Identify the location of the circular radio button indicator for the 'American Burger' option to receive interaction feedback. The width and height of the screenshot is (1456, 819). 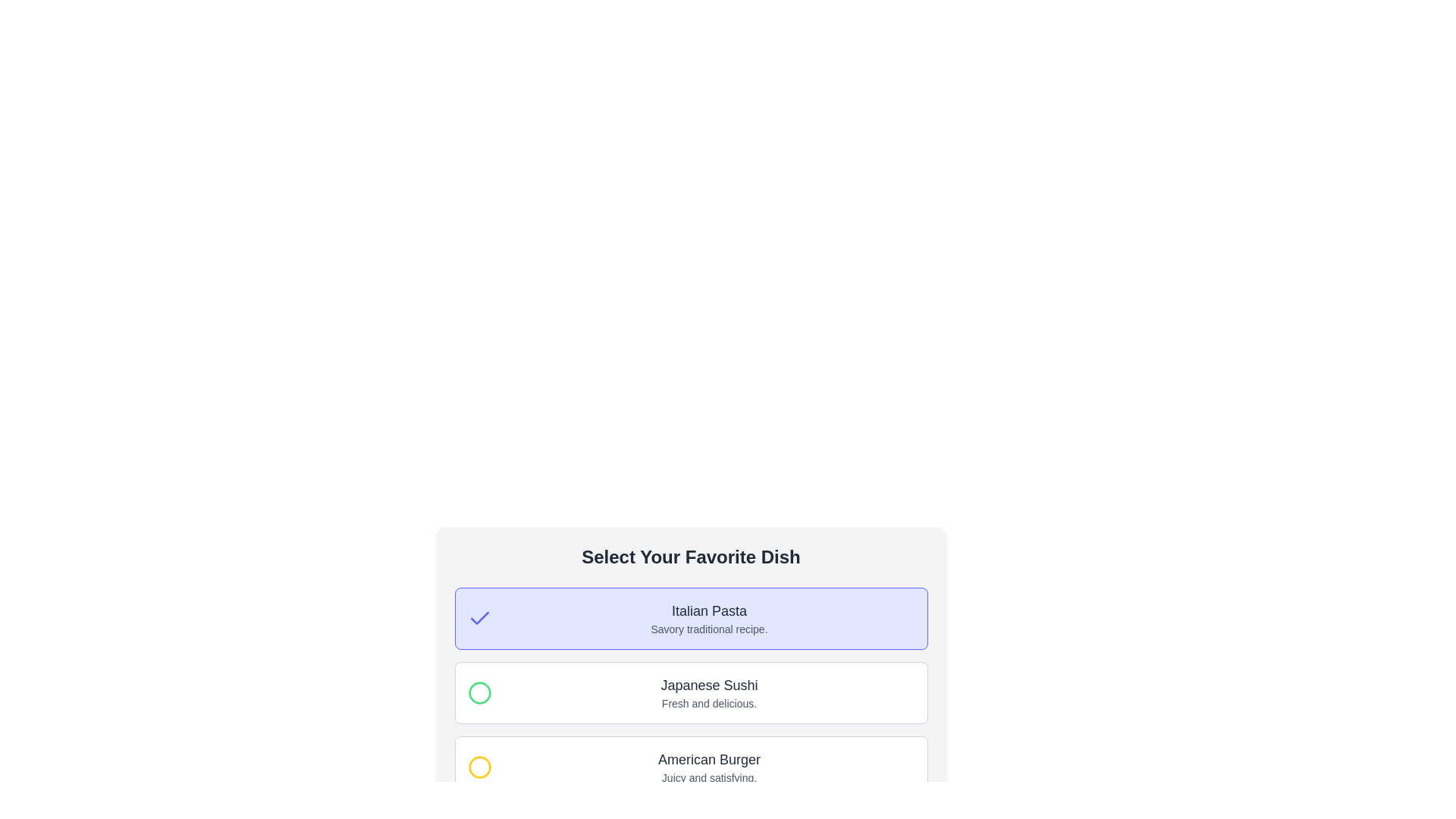
(479, 767).